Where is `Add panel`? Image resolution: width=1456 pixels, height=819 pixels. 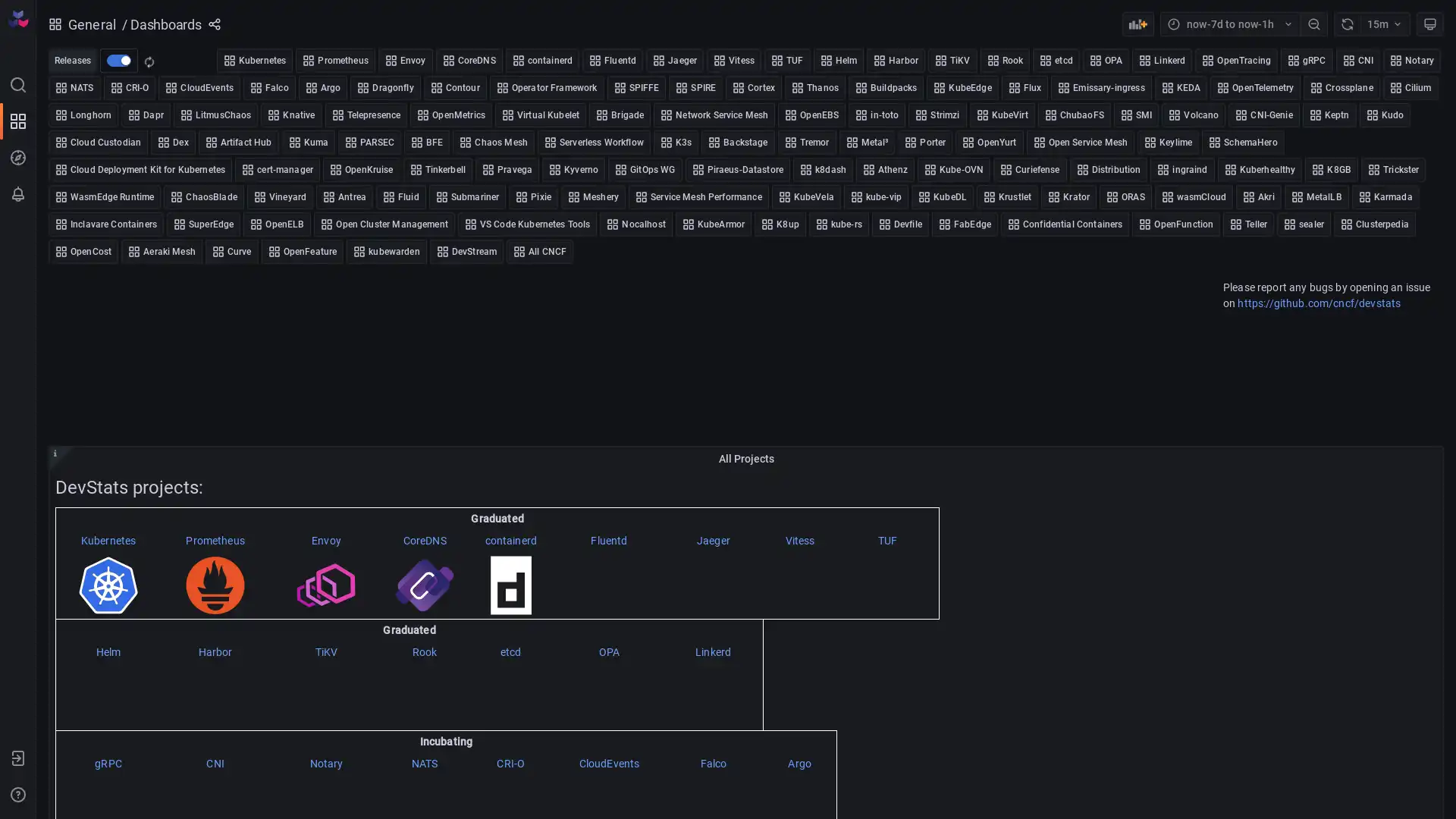
Add panel is located at coordinates (1138, 24).